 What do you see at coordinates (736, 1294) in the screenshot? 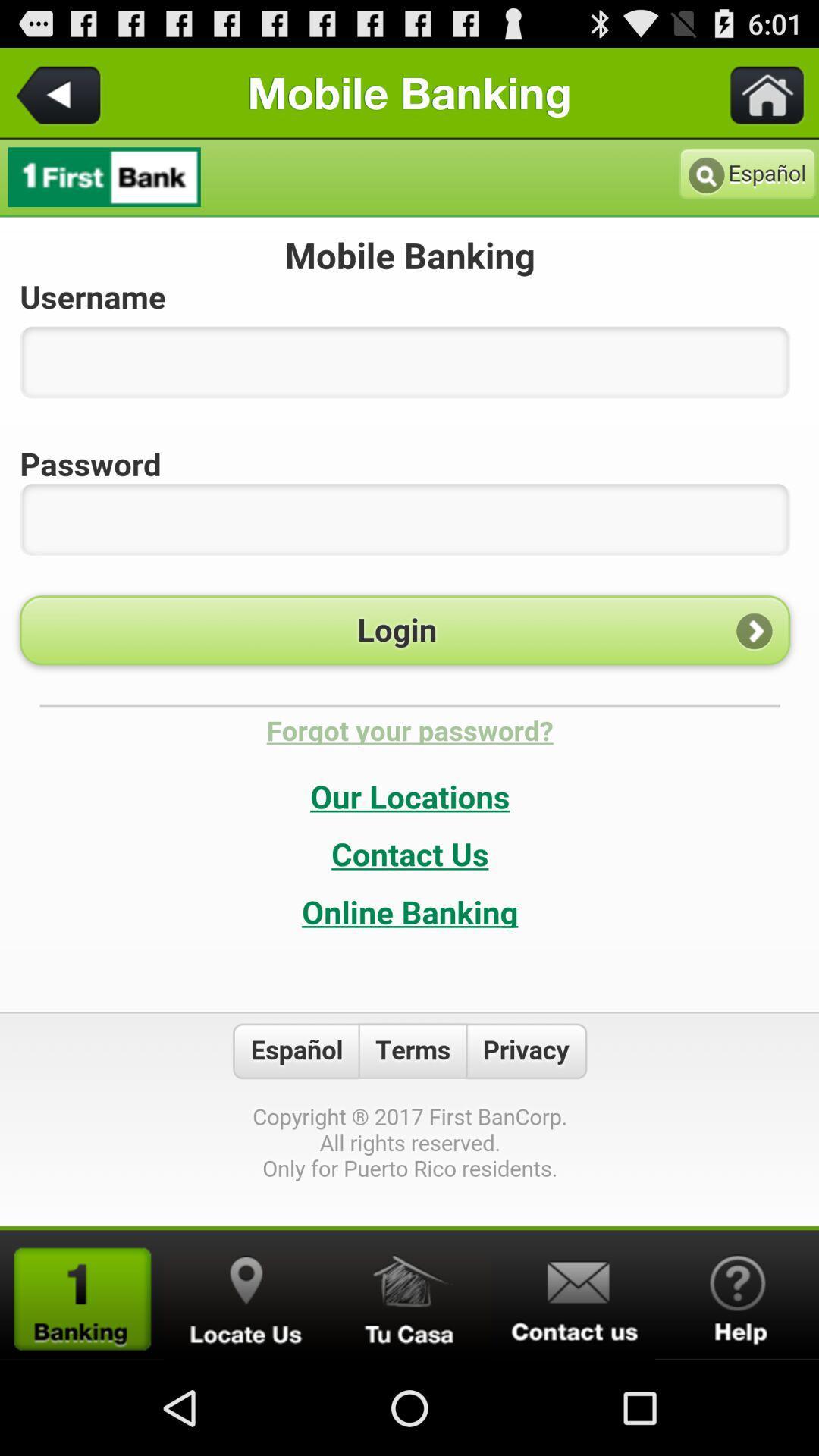
I see `help menu` at bounding box center [736, 1294].